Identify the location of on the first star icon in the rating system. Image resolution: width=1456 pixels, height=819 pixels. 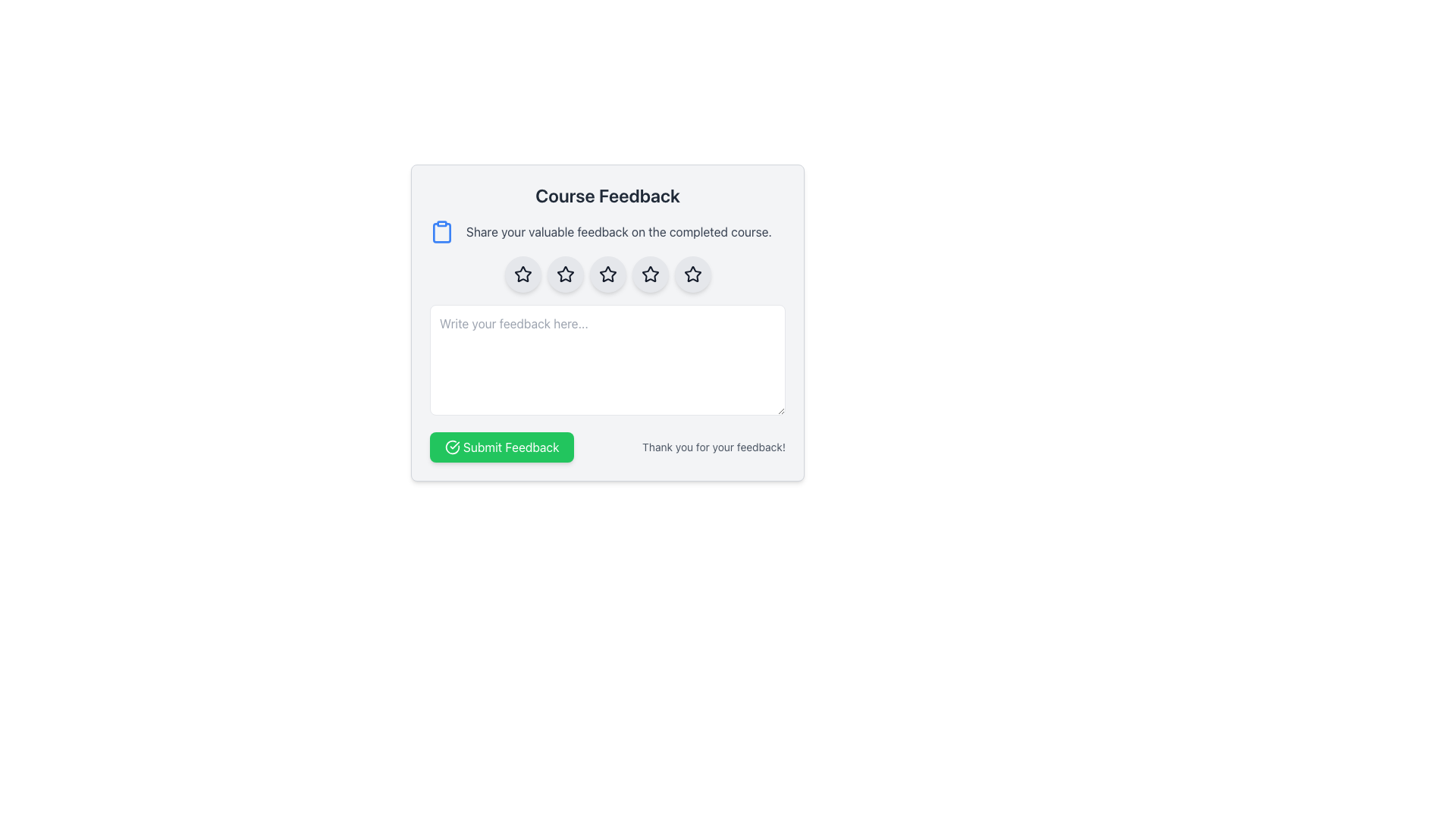
(522, 274).